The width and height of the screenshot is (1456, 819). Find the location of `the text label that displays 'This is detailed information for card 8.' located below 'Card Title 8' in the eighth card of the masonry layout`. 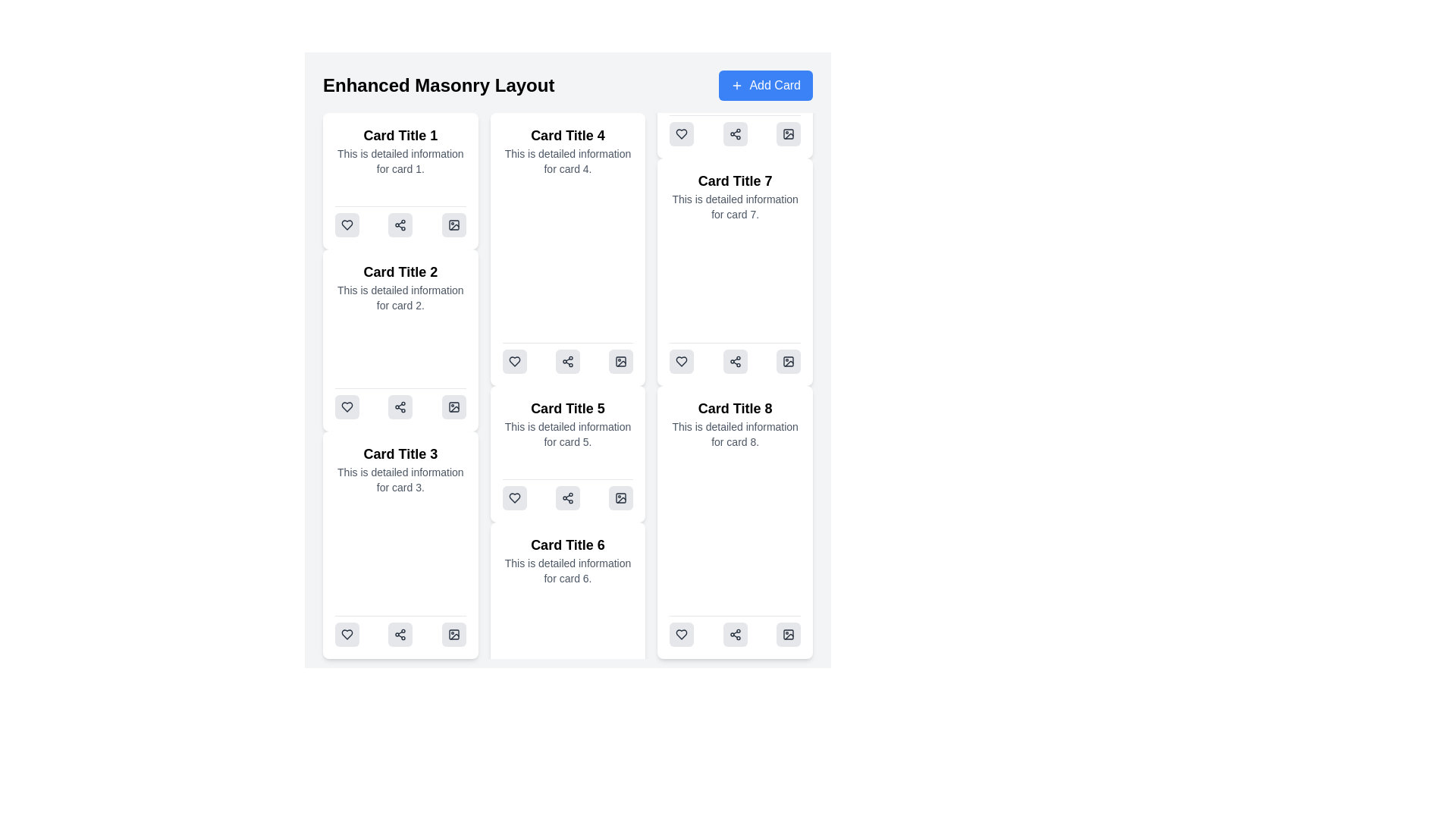

the text label that displays 'This is detailed information for card 8.' located below 'Card Title 8' in the eighth card of the masonry layout is located at coordinates (735, 435).